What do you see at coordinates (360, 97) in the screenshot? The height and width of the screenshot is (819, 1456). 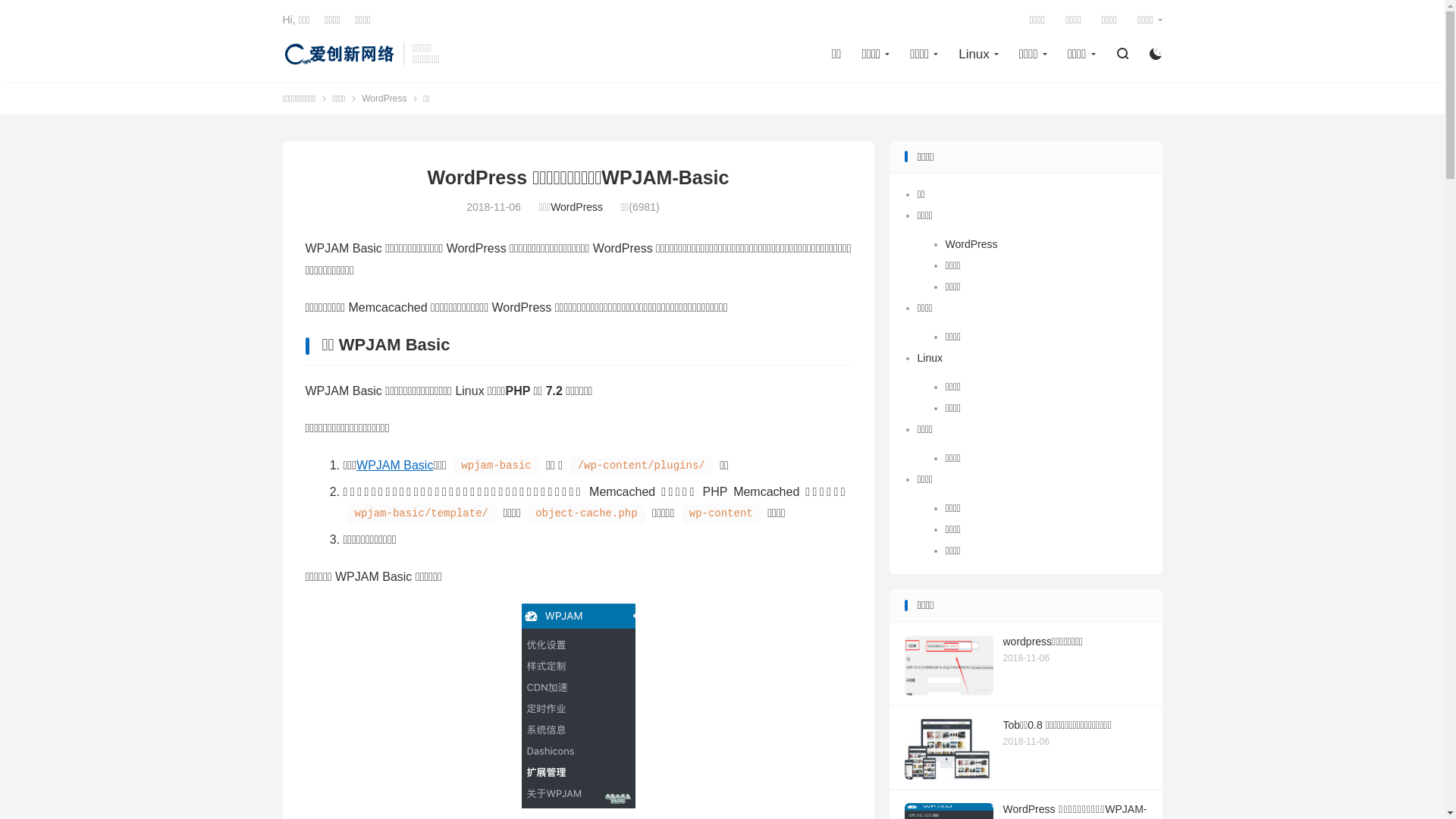 I see `'WordPress'` at bounding box center [360, 97].